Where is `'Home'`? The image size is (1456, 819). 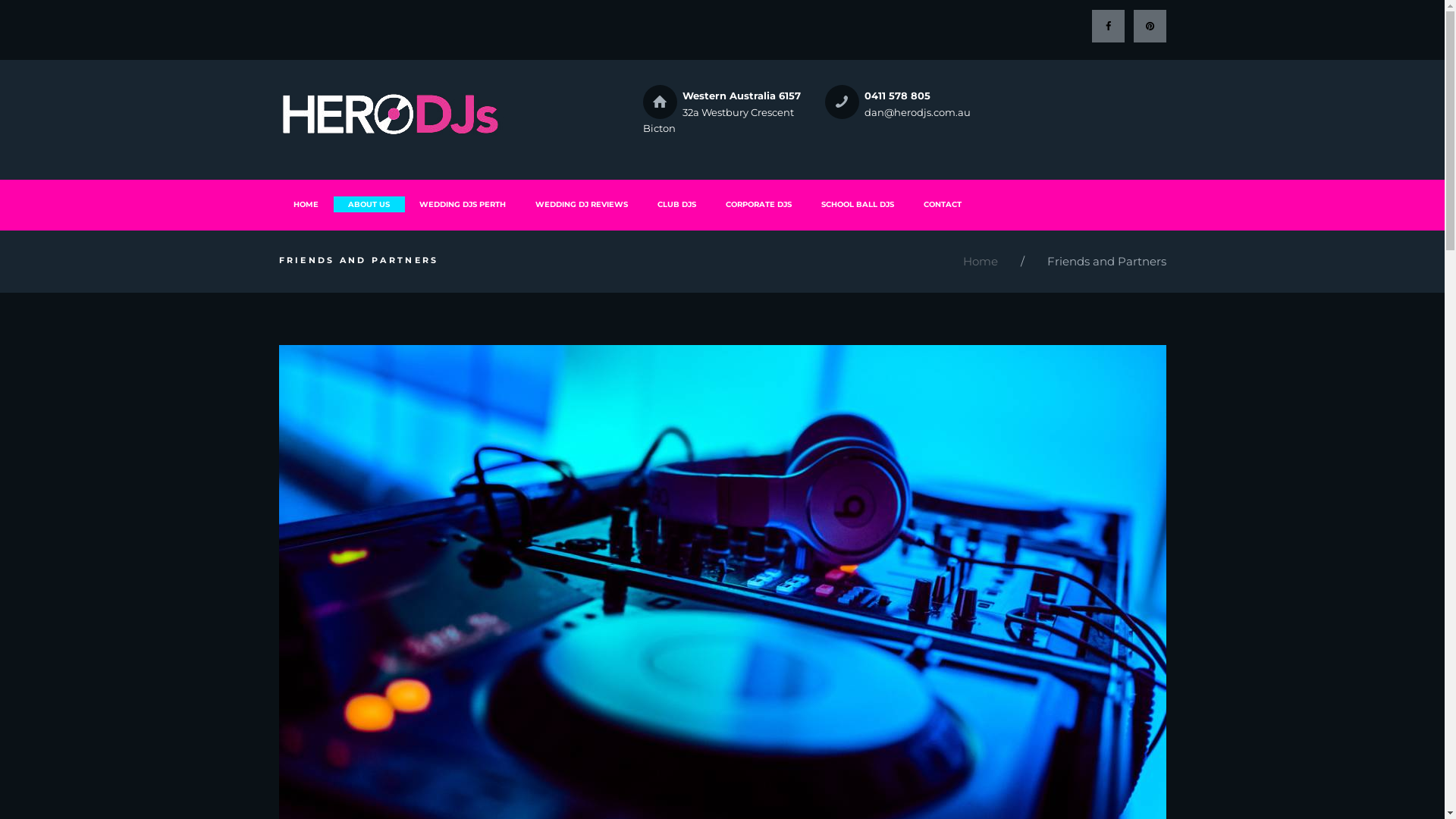 'Home' is located at coordinates (962, 261).